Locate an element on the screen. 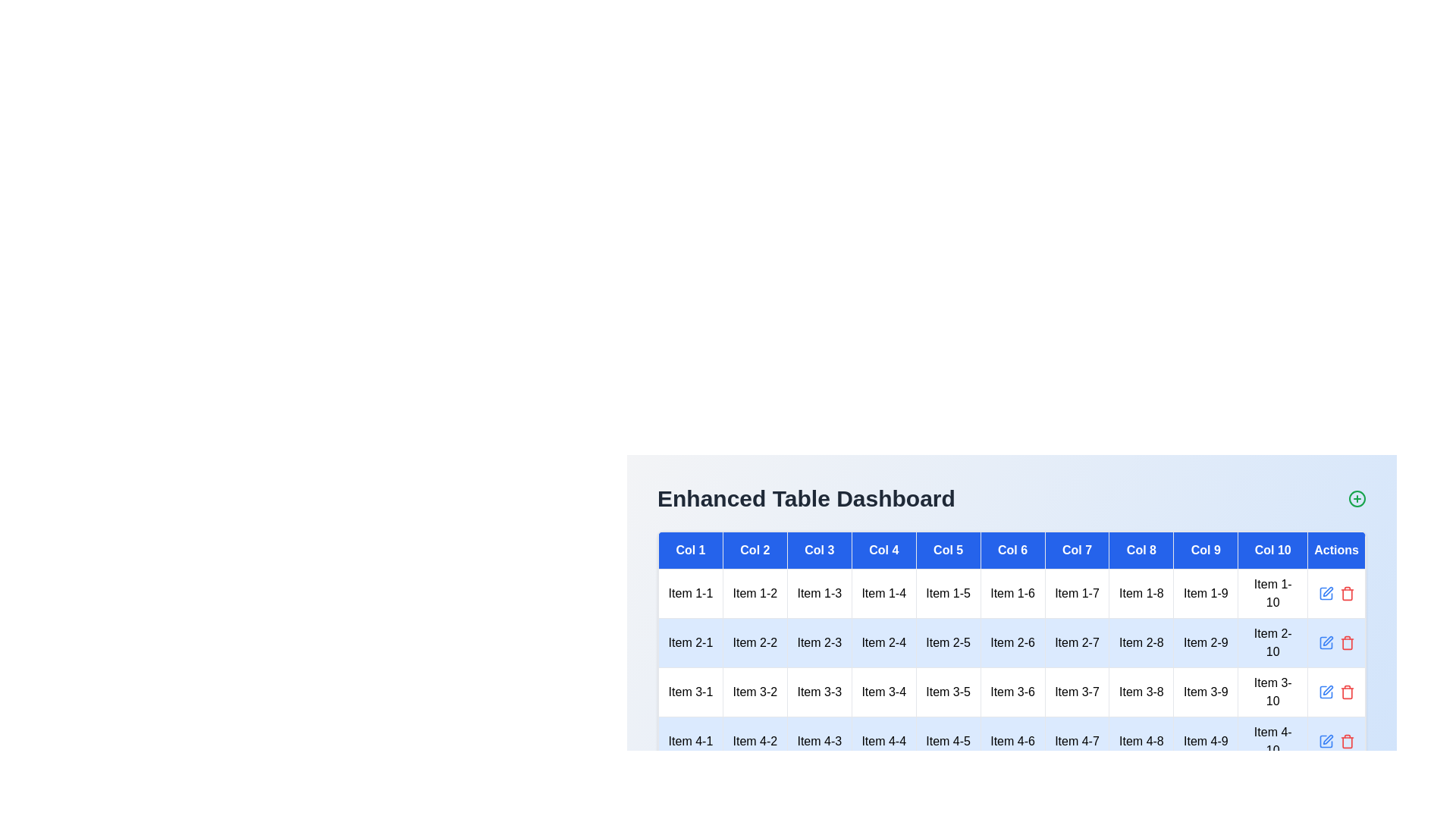 This screenshot has height=819, width=1456. the green plus button at the top-right corner to add a new row is located at coordinates (1357, 499).